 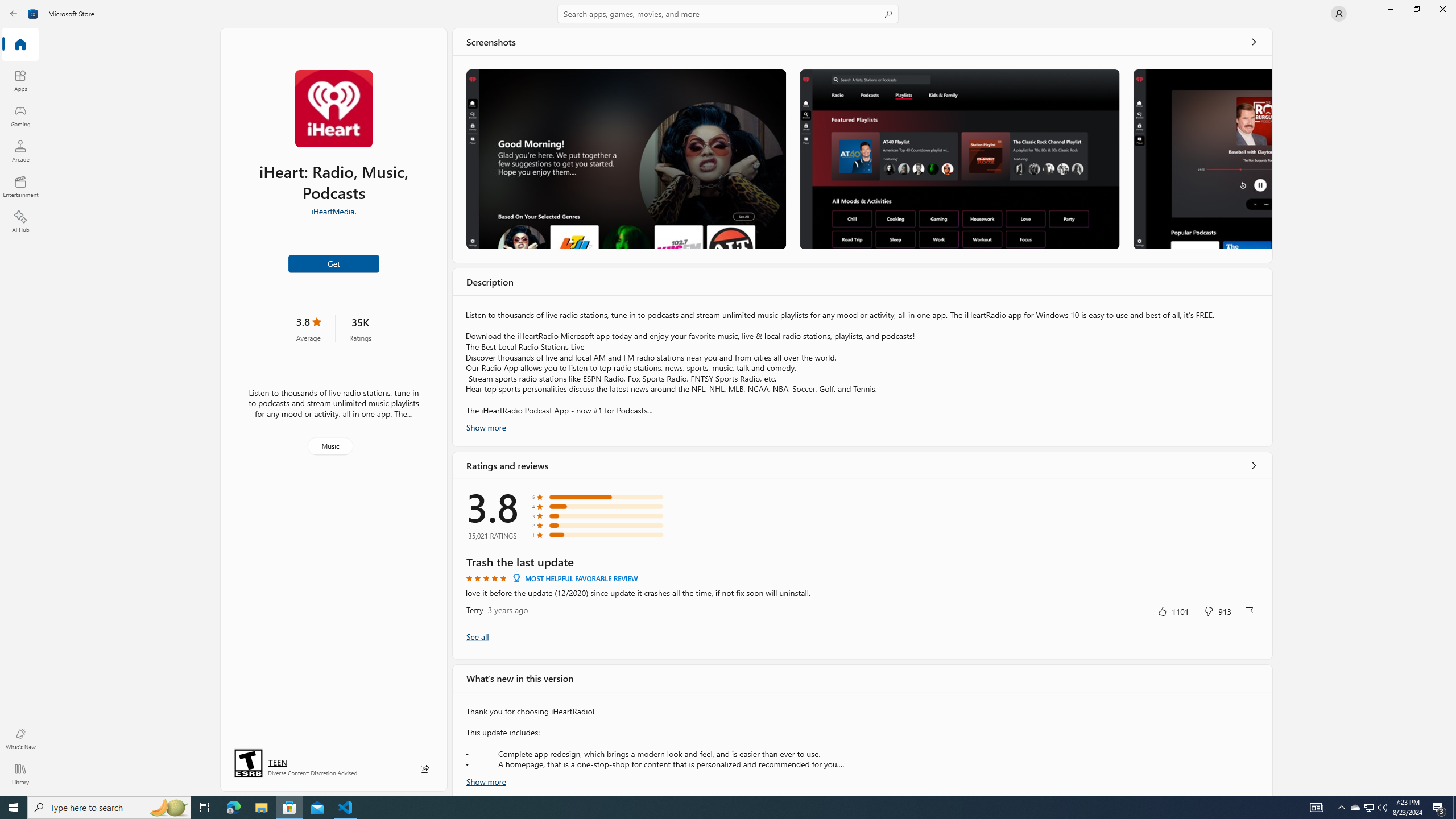 I want to click on 'No, this was not helpful. 913 votes.', so click(x=1217, y=610).